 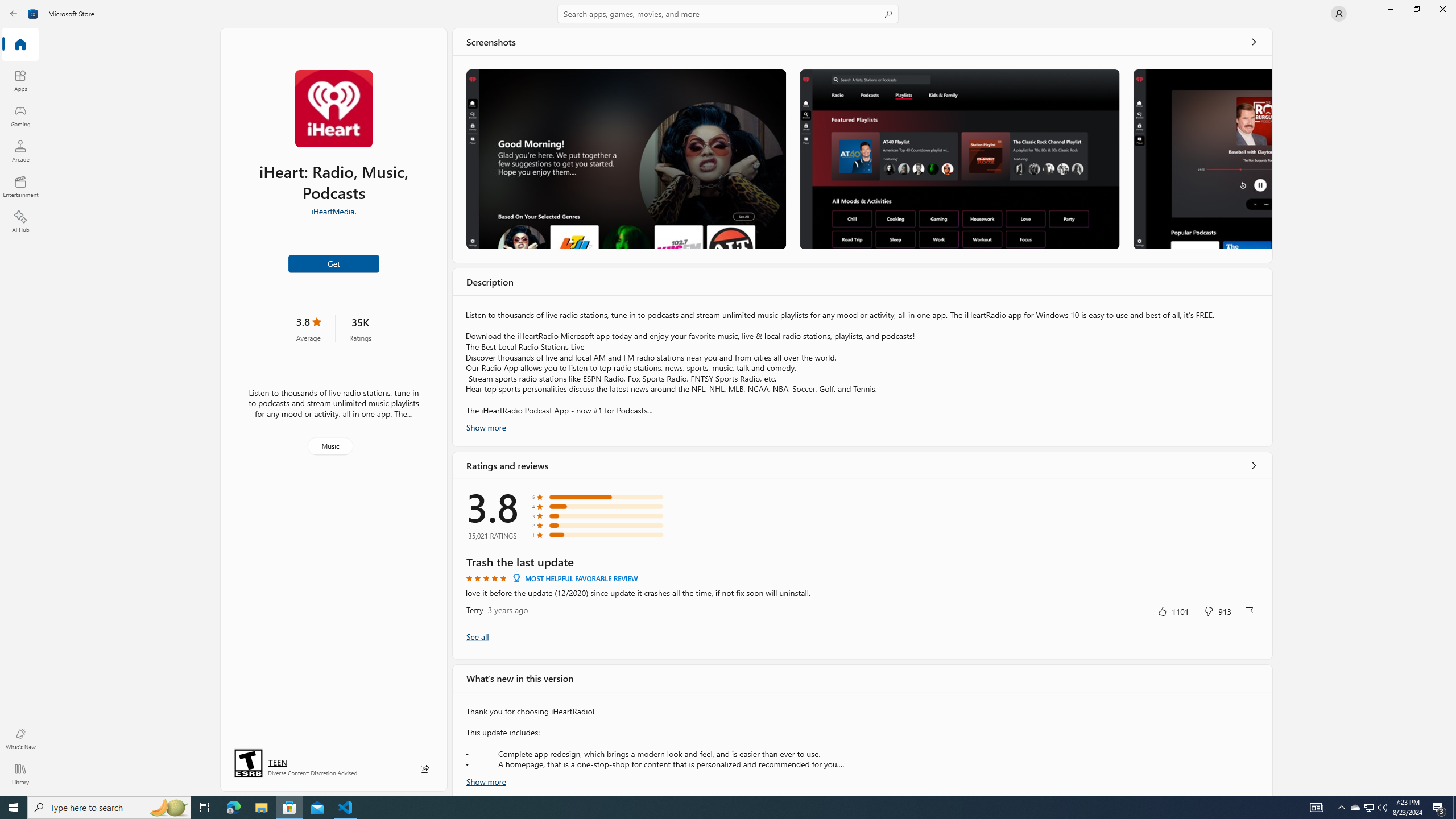 I want to click on 'No, this was not helpful. 913 votes.', so click(x=1217, y=610).